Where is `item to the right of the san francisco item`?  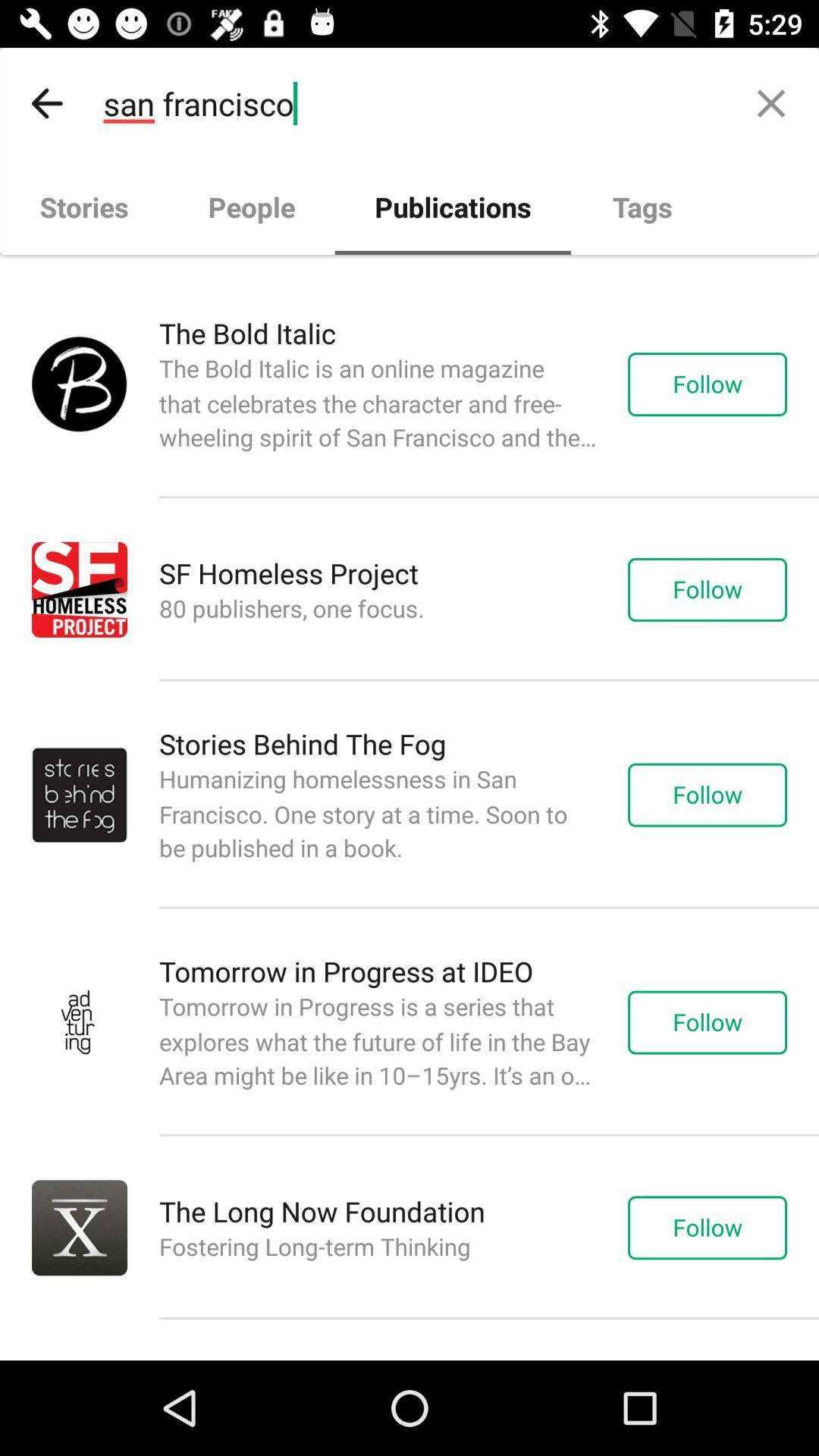
item to the right of the san francisco item is located at coordinates (771, 102).